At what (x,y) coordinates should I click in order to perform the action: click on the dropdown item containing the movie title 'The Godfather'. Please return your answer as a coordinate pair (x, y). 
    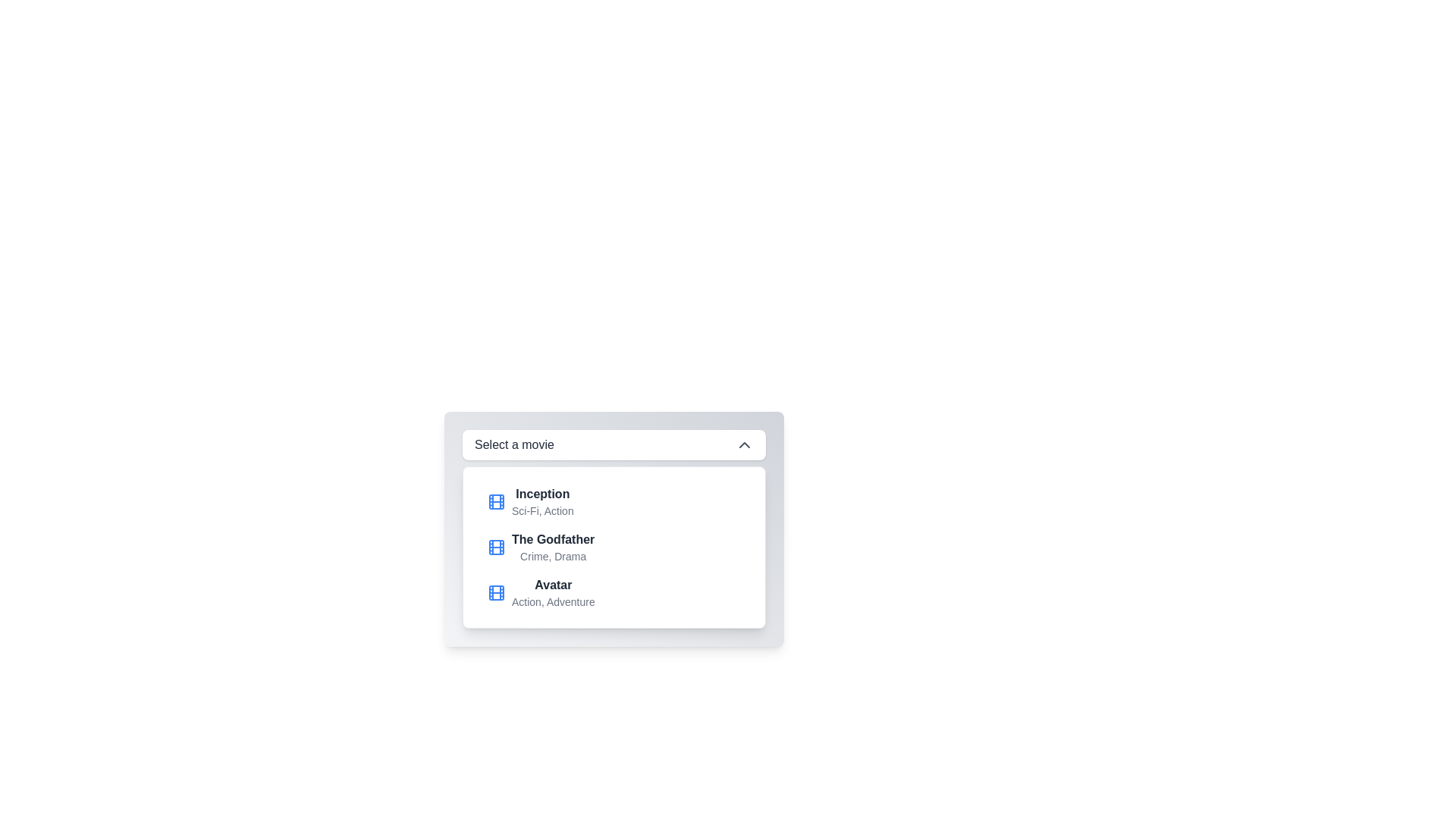
    Looking at the image, I should click on (552, 547).